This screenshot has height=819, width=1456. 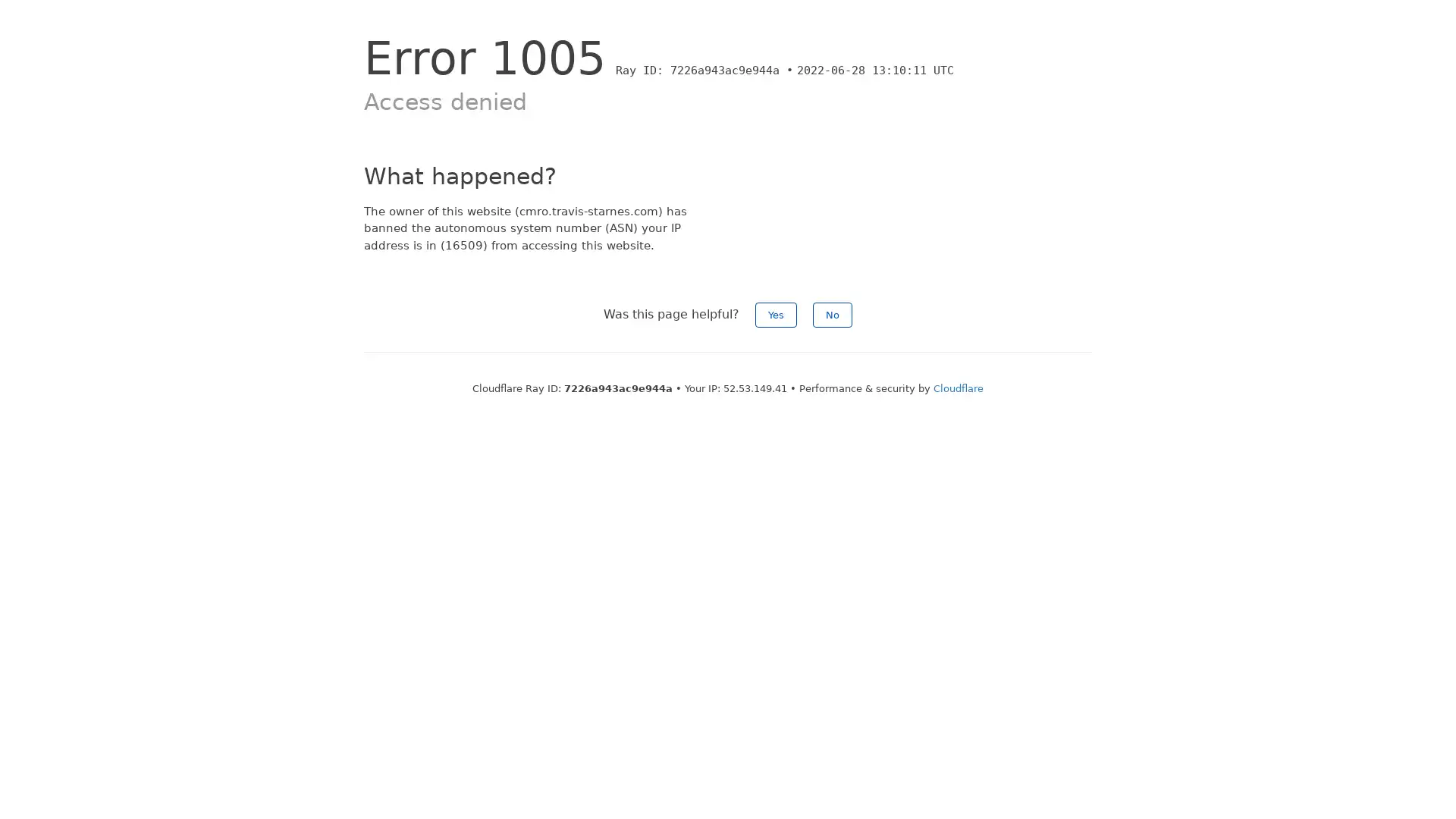 I want to click on Yes, so click(x=776, y=314).